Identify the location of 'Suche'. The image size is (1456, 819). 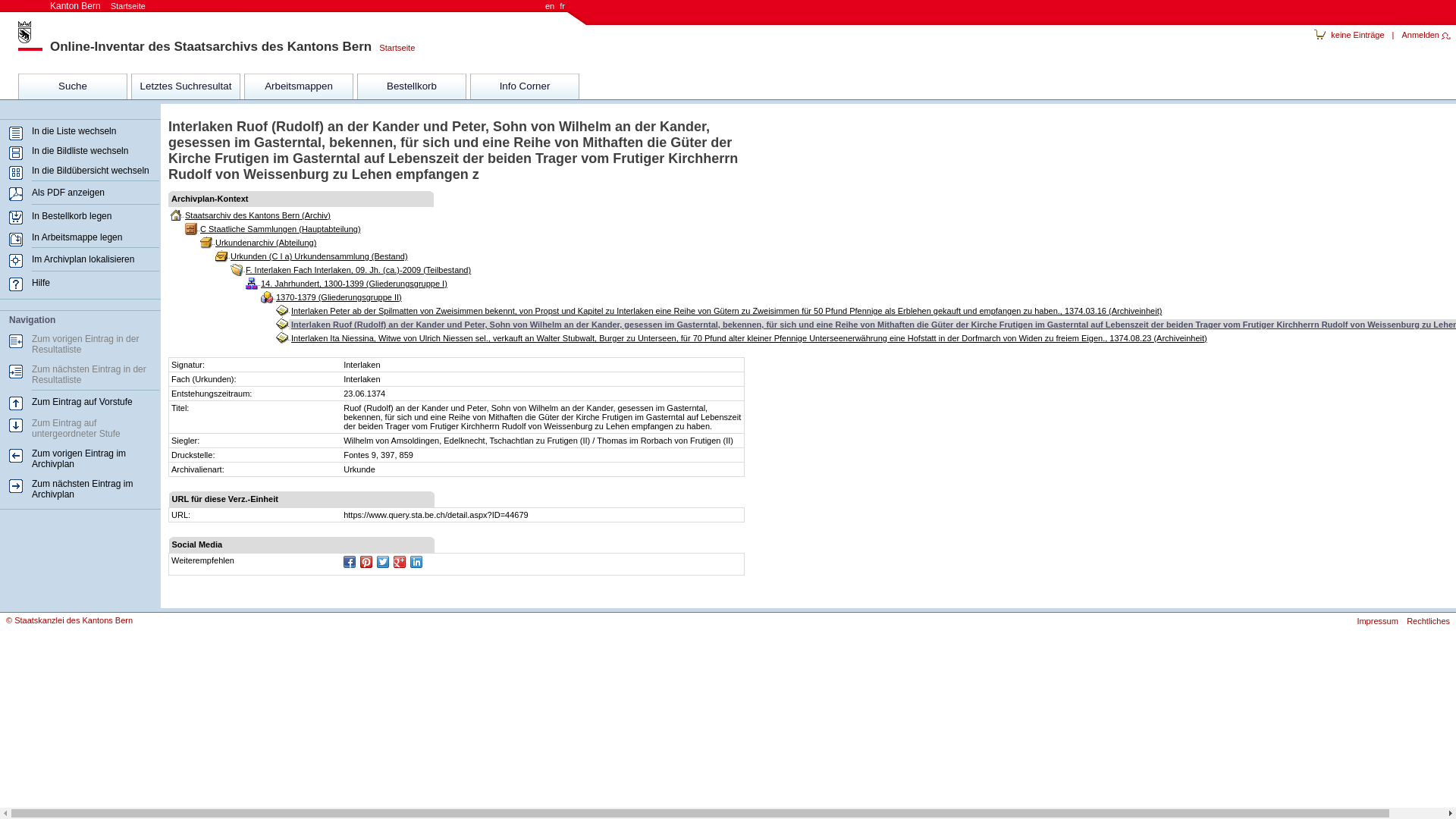
(72, 86).